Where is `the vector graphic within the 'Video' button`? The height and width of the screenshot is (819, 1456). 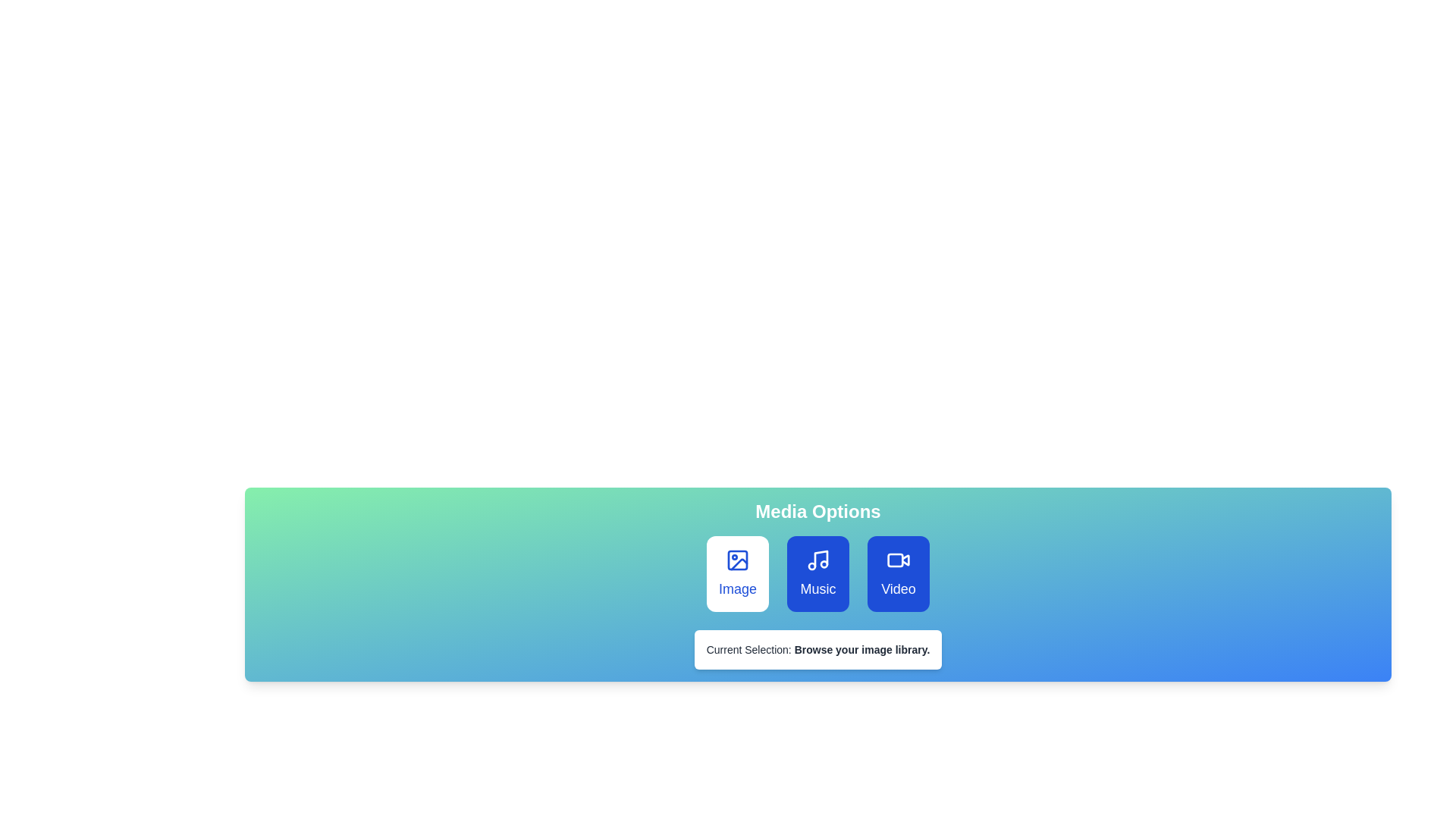 the vector graphic within the 'Video' button is located at coordinates (905, 559).